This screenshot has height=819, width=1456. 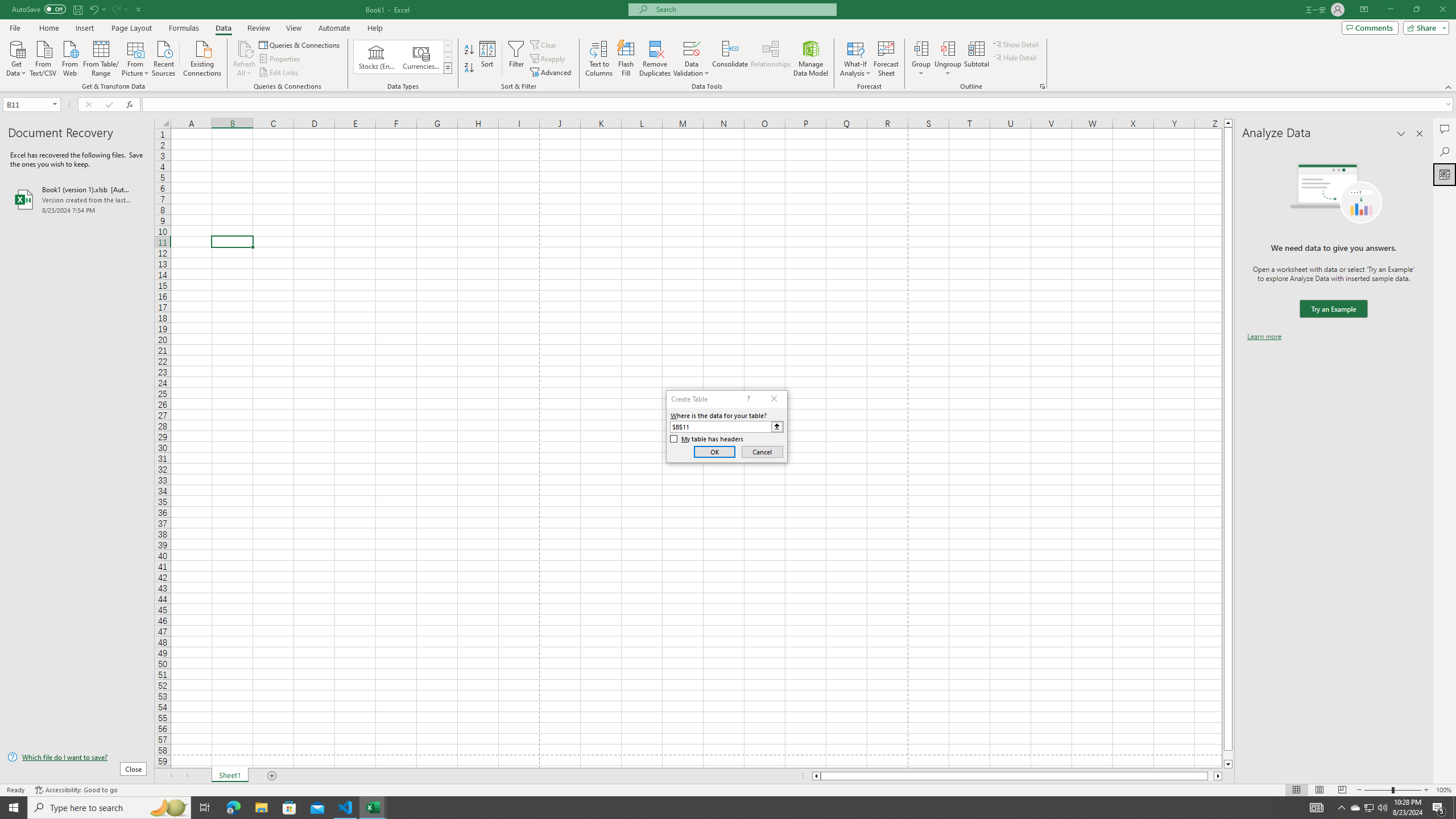 What do you see at coordinates (1015, 44) in the screenshot?
I see `'Show Detail'` at bounding box center [1015, 44].